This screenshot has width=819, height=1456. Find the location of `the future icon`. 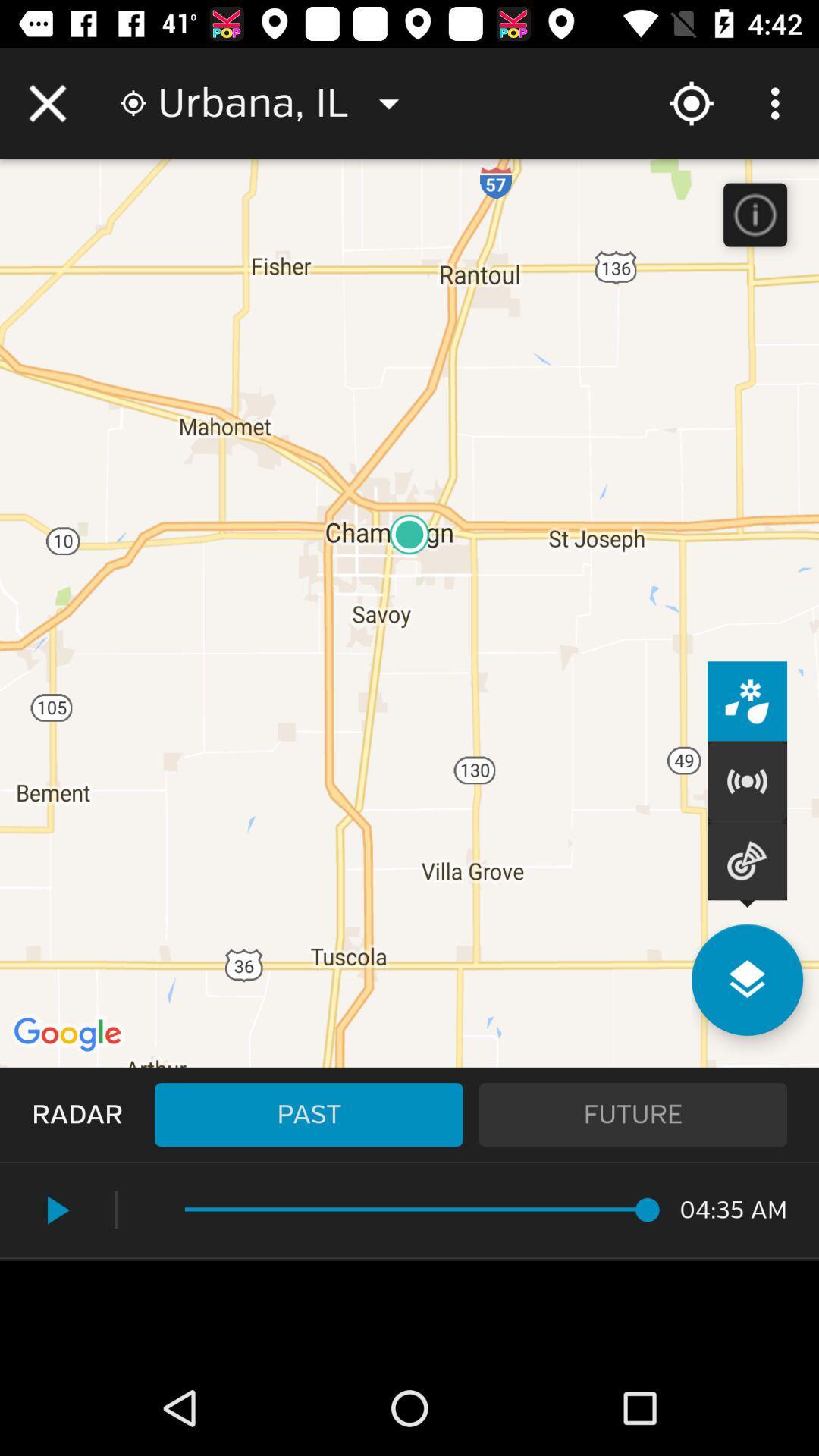

the future icon is located at coordinates (632, 1114).